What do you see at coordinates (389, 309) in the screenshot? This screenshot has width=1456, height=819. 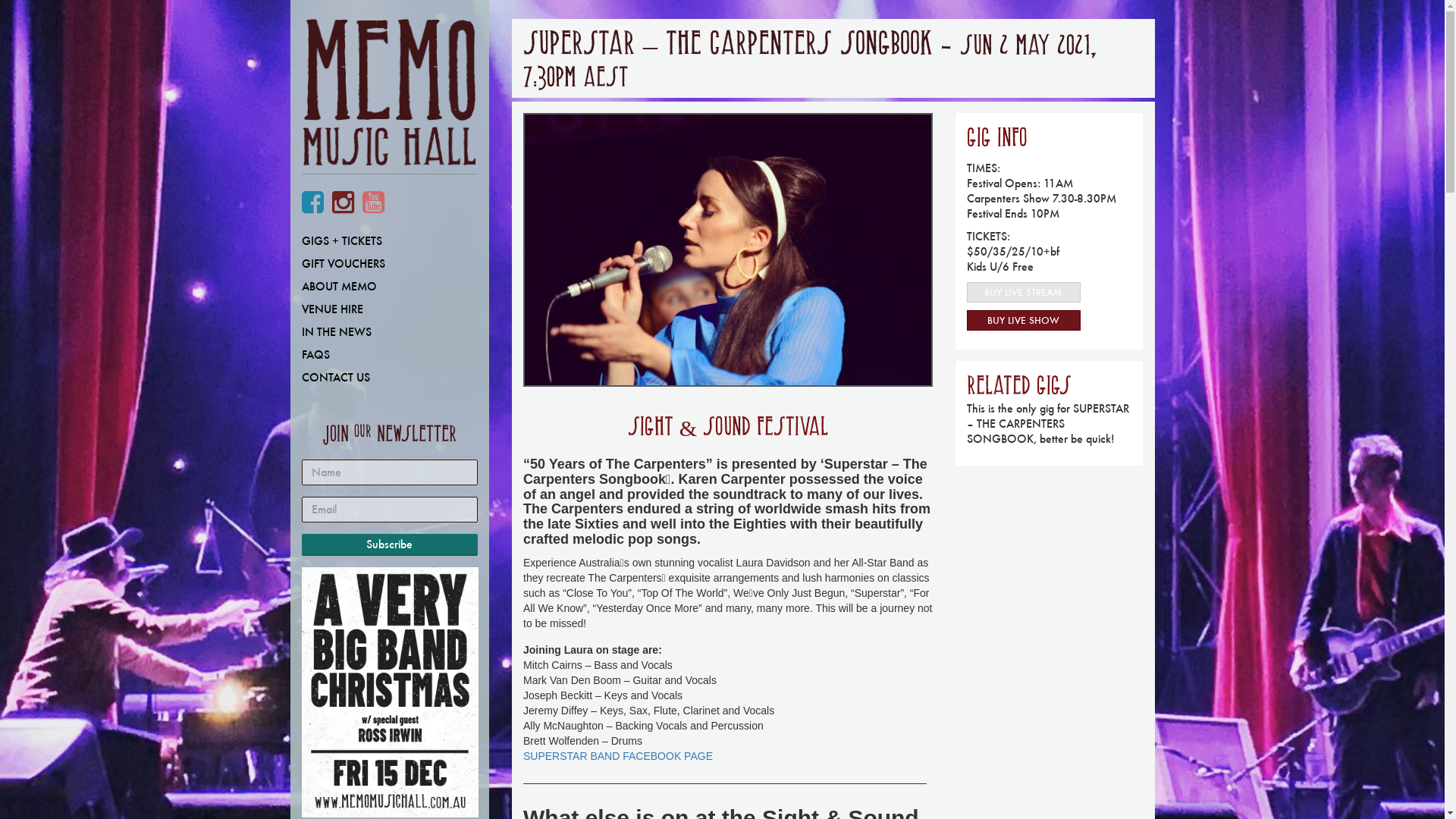 I see `'VENUE HIRE'` at bounding box center [389, 309].